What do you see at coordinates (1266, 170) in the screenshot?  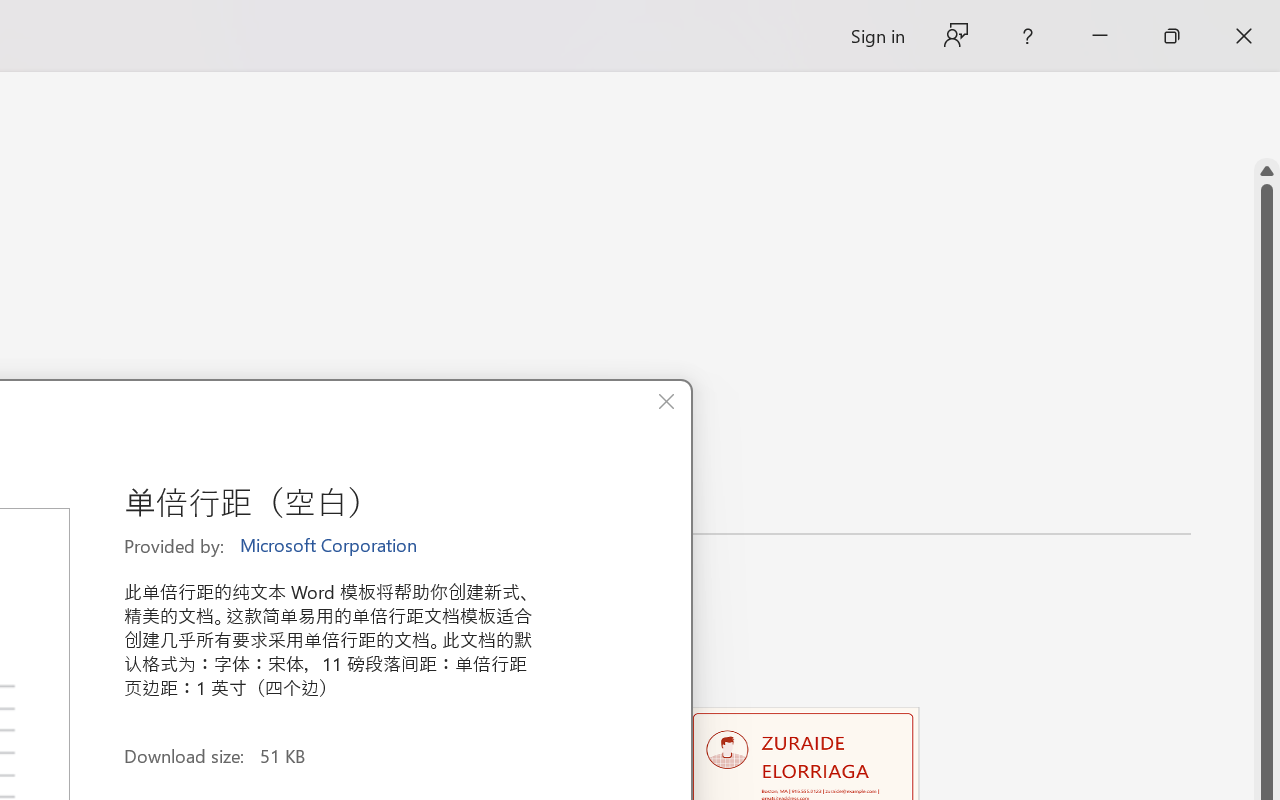 I see `'Line up'` at bounding box center [1266, 170].